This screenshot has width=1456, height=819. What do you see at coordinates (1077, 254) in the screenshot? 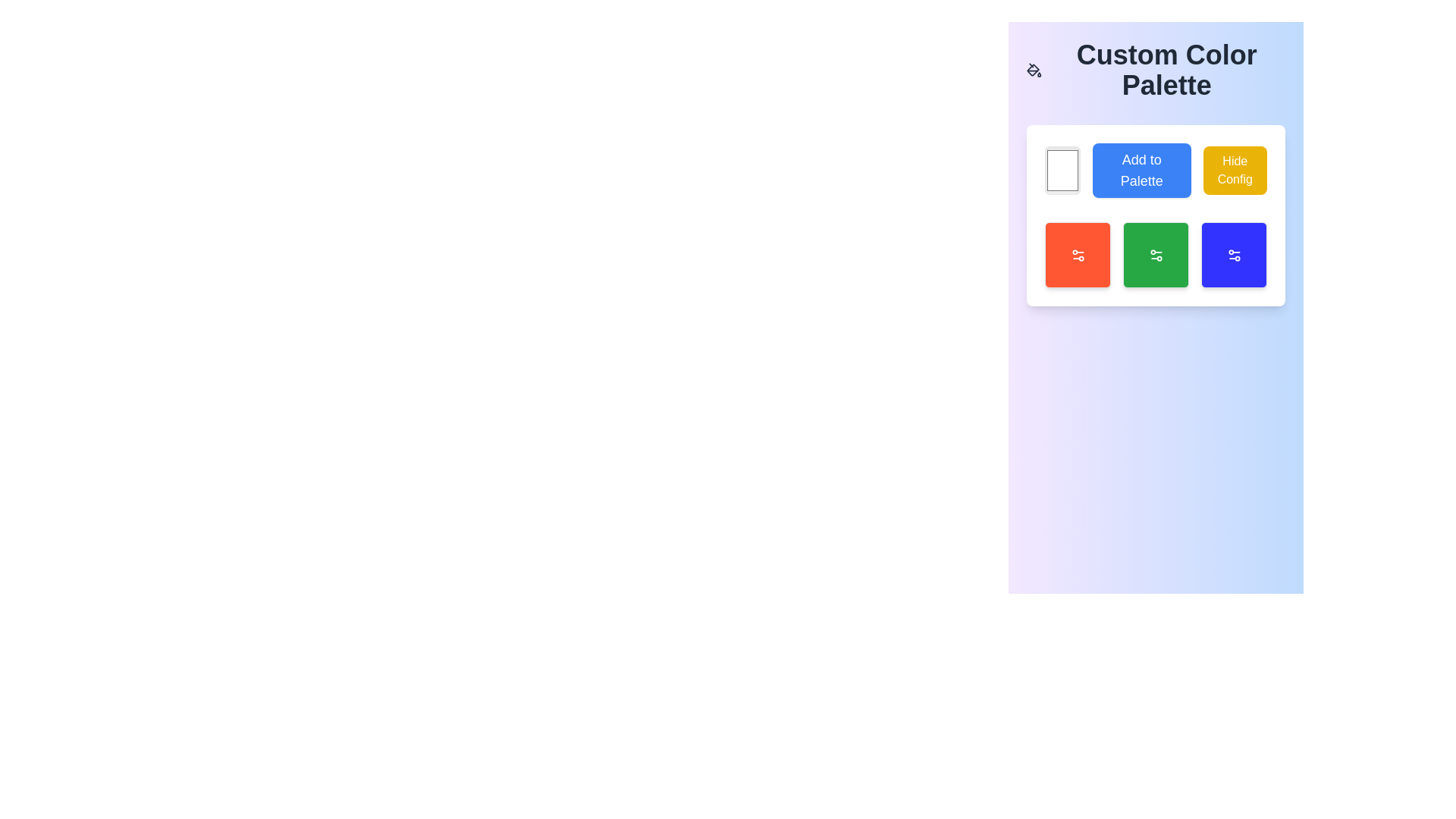
I see `the square control button with rounded corners and a bright red background featuring a white settings icon, located in the first item of the second row of a grid layout` at bounding box center [1077, 254].